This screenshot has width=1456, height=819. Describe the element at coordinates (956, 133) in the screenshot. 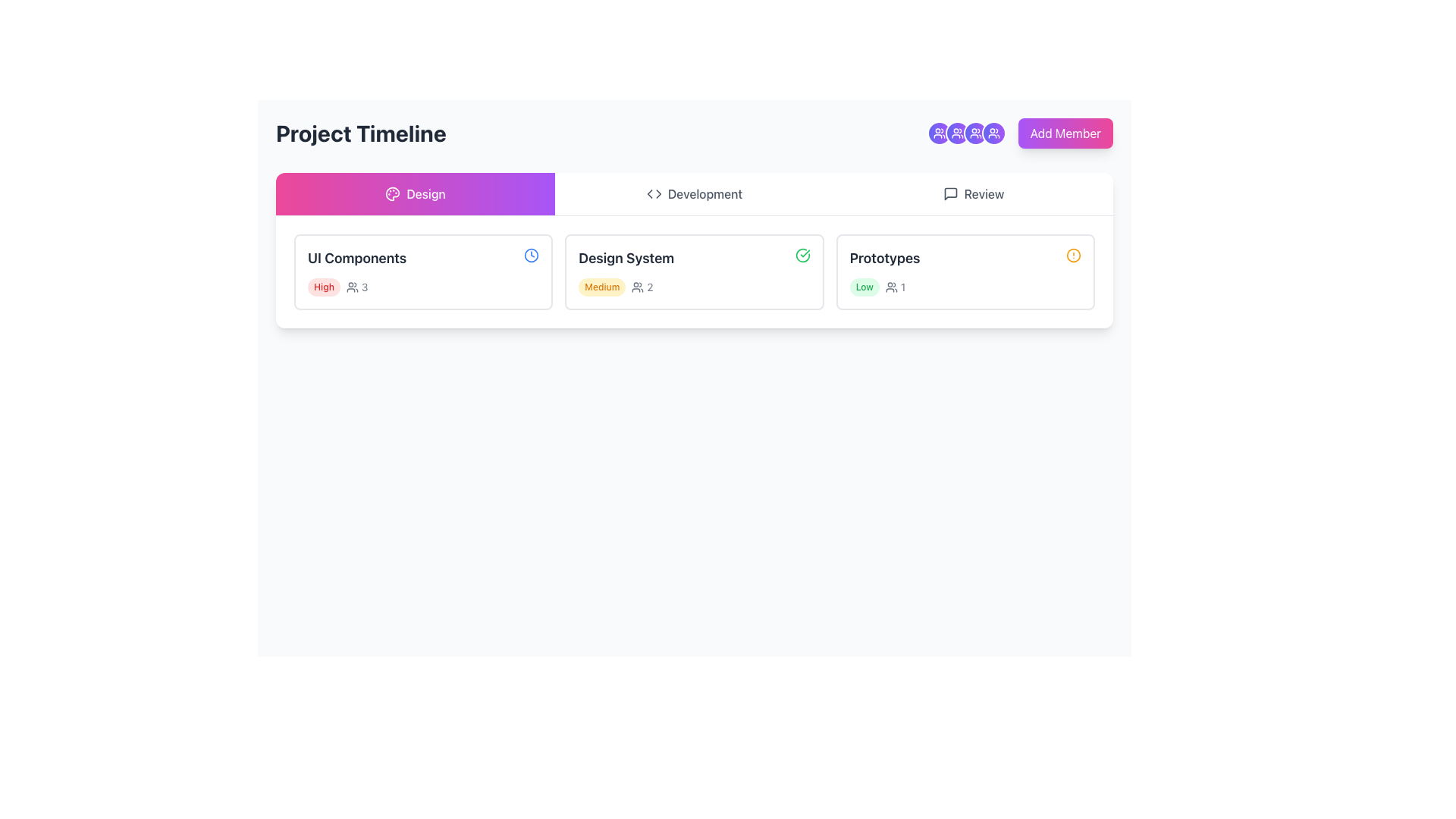

I see `the SVG group icon within a decorative button, which is styled in white and located in the top-right corner of the interface, fourth in a row of similar icons before the 'Add Member' button` at that location.